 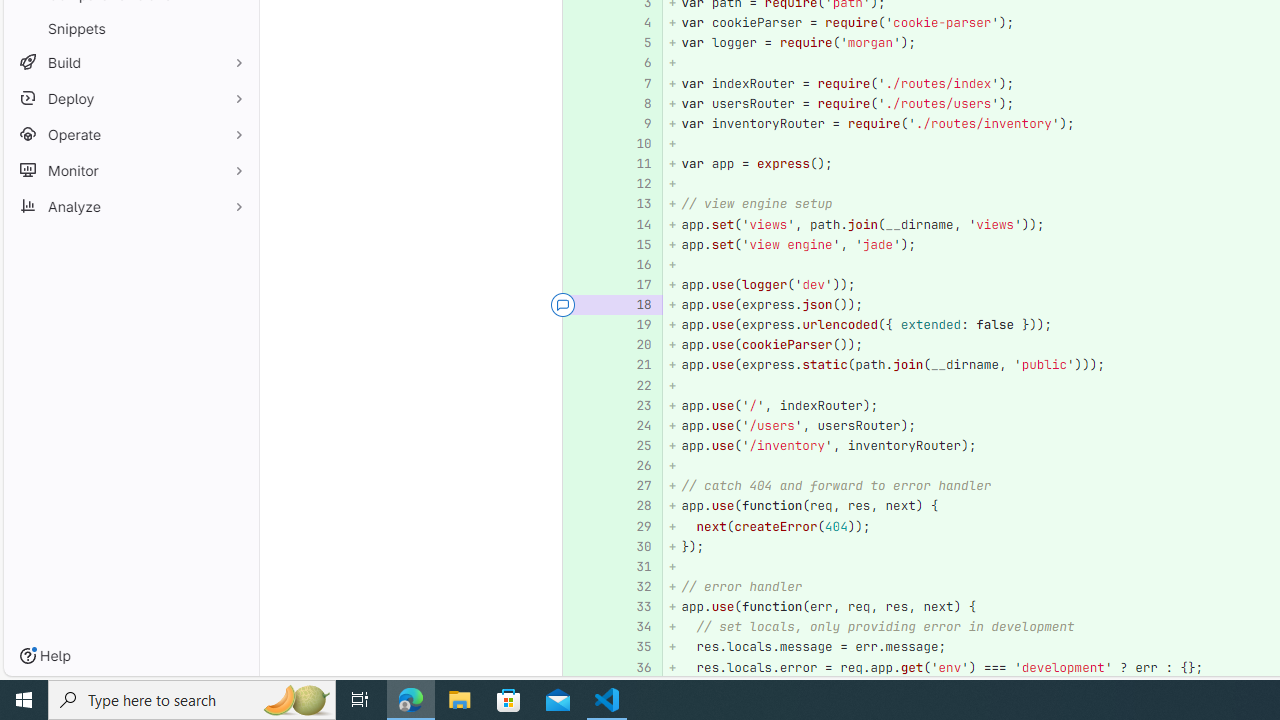 I want to click on 'Operate', so click(x=130, y=134).